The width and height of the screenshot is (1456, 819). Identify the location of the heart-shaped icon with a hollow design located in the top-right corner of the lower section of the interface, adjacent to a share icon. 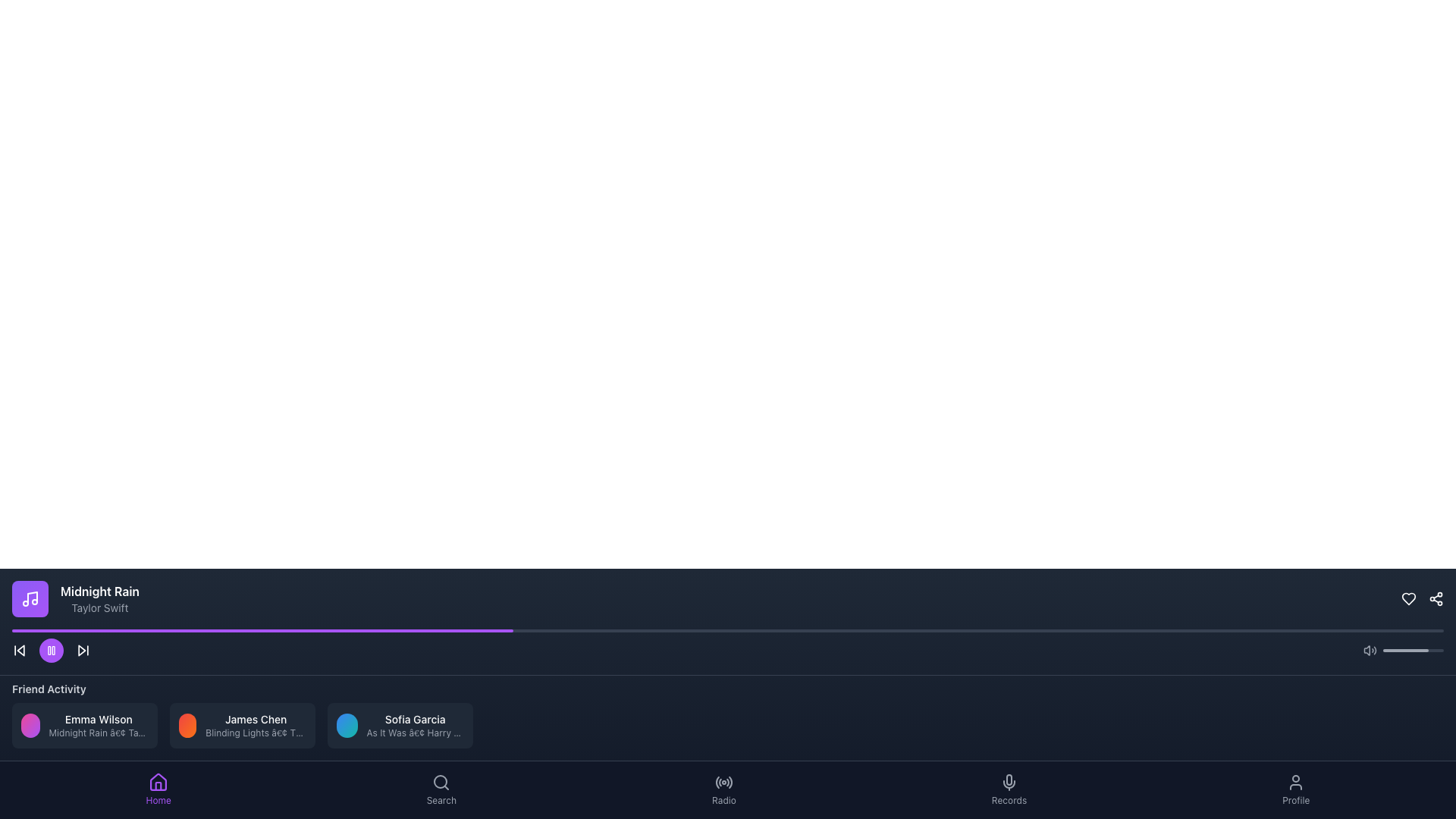
(1407, 598).